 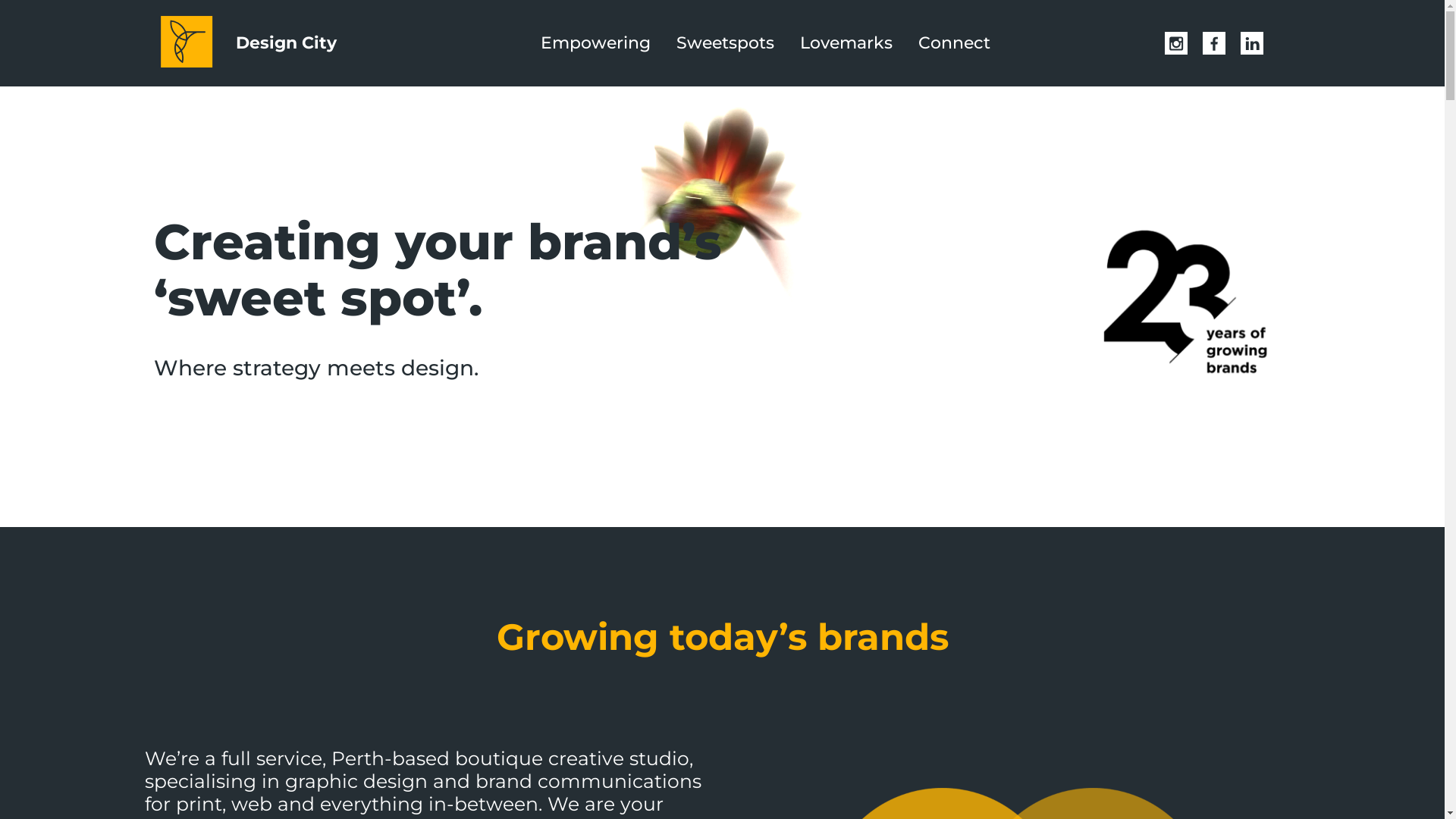 I want to click on 'Sweetspots', so click(x=671, y=42).